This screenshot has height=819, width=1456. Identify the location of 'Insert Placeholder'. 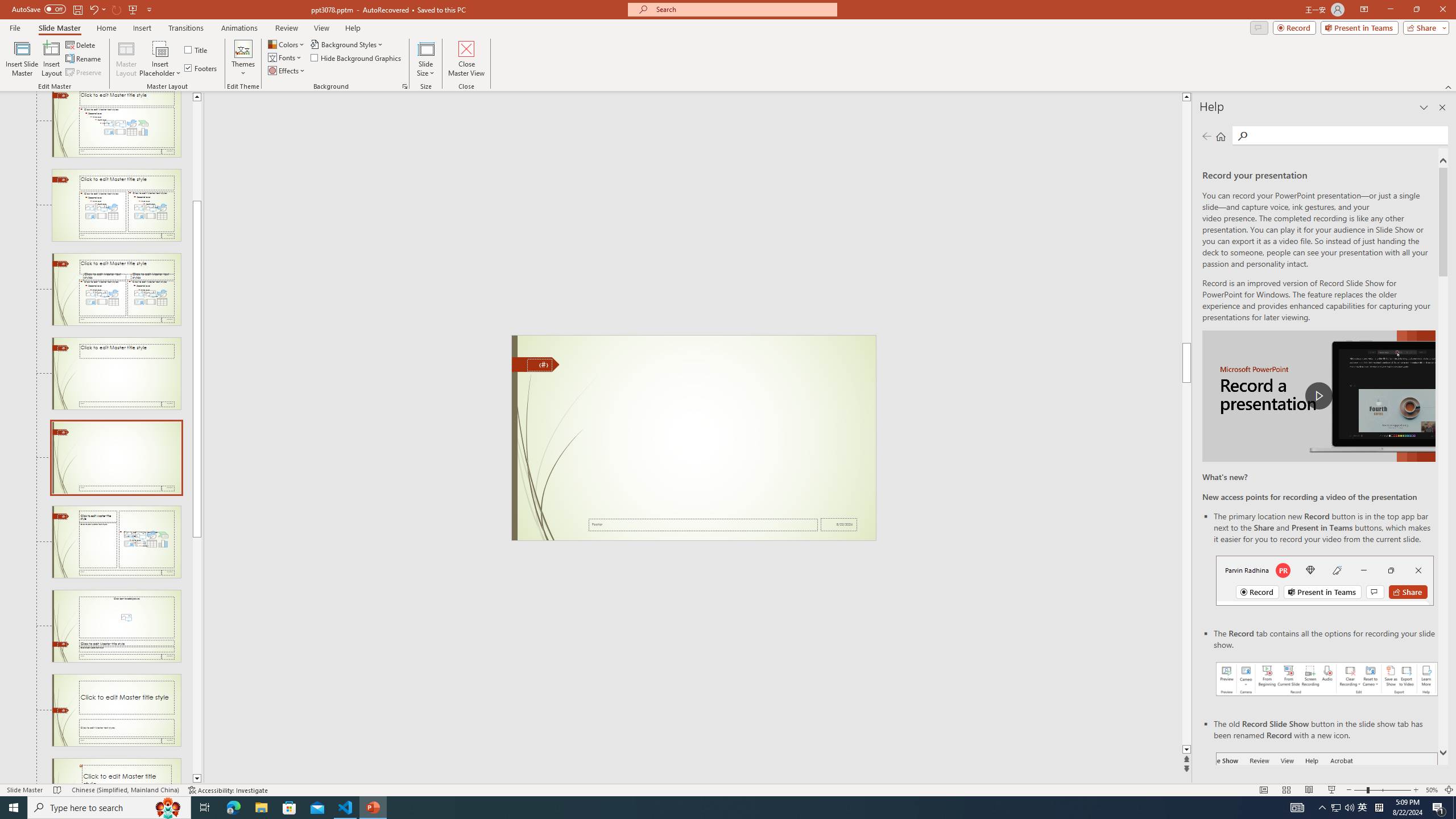
(160, 59).